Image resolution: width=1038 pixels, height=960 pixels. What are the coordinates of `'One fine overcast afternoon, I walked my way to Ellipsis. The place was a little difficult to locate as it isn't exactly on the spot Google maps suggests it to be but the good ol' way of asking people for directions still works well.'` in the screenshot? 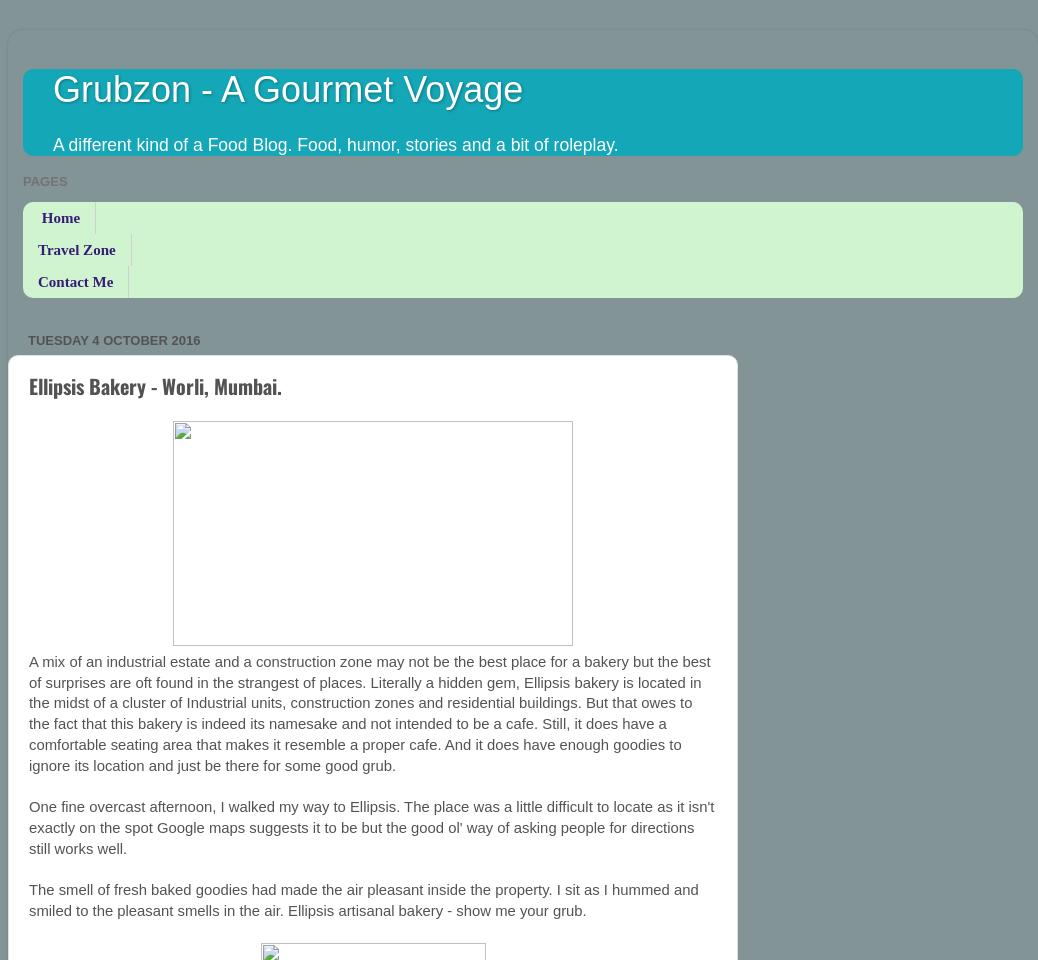 It's located at (371, 827).